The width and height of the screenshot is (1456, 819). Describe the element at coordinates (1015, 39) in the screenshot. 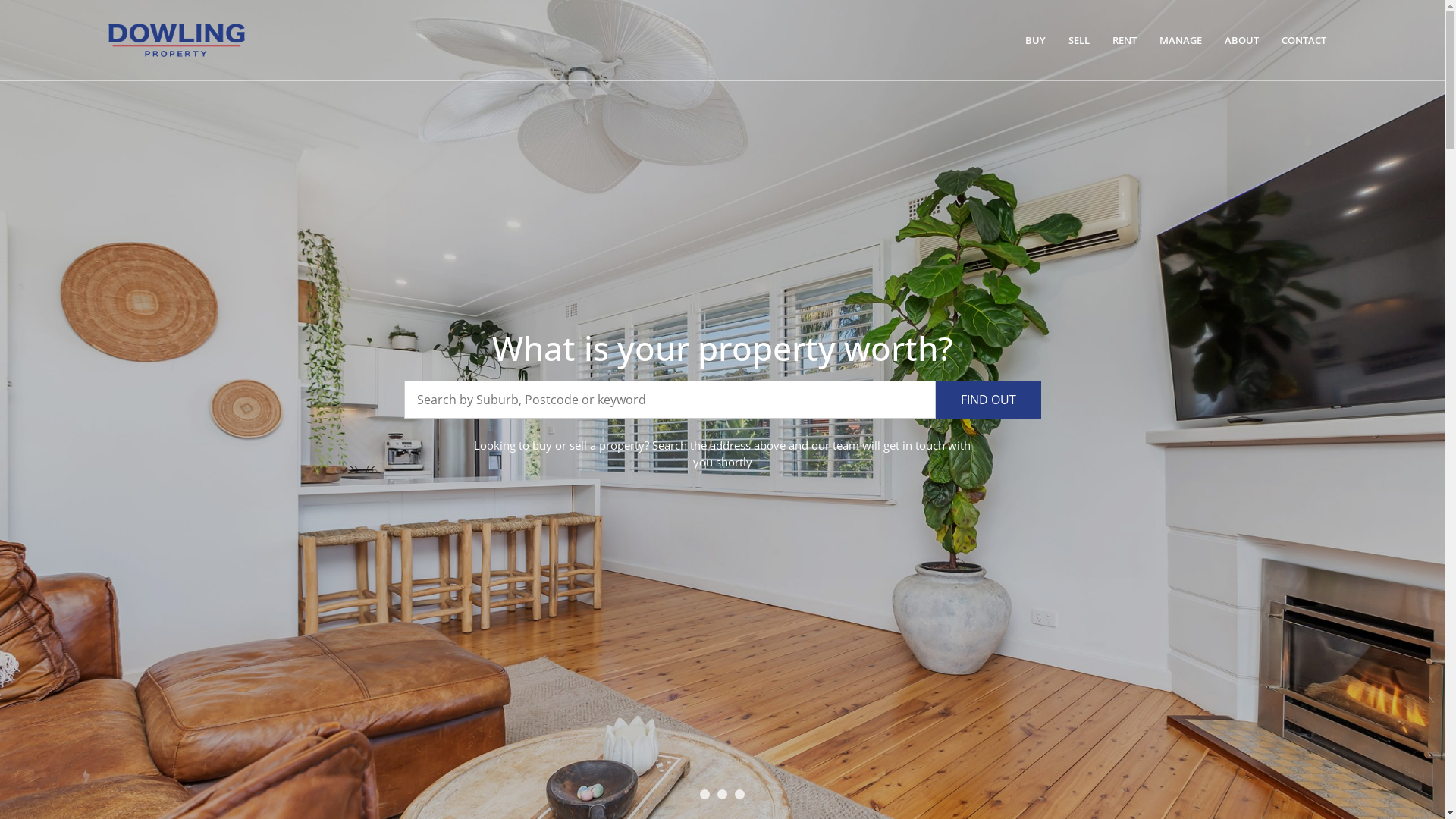

I see `'BUY'` at that location.